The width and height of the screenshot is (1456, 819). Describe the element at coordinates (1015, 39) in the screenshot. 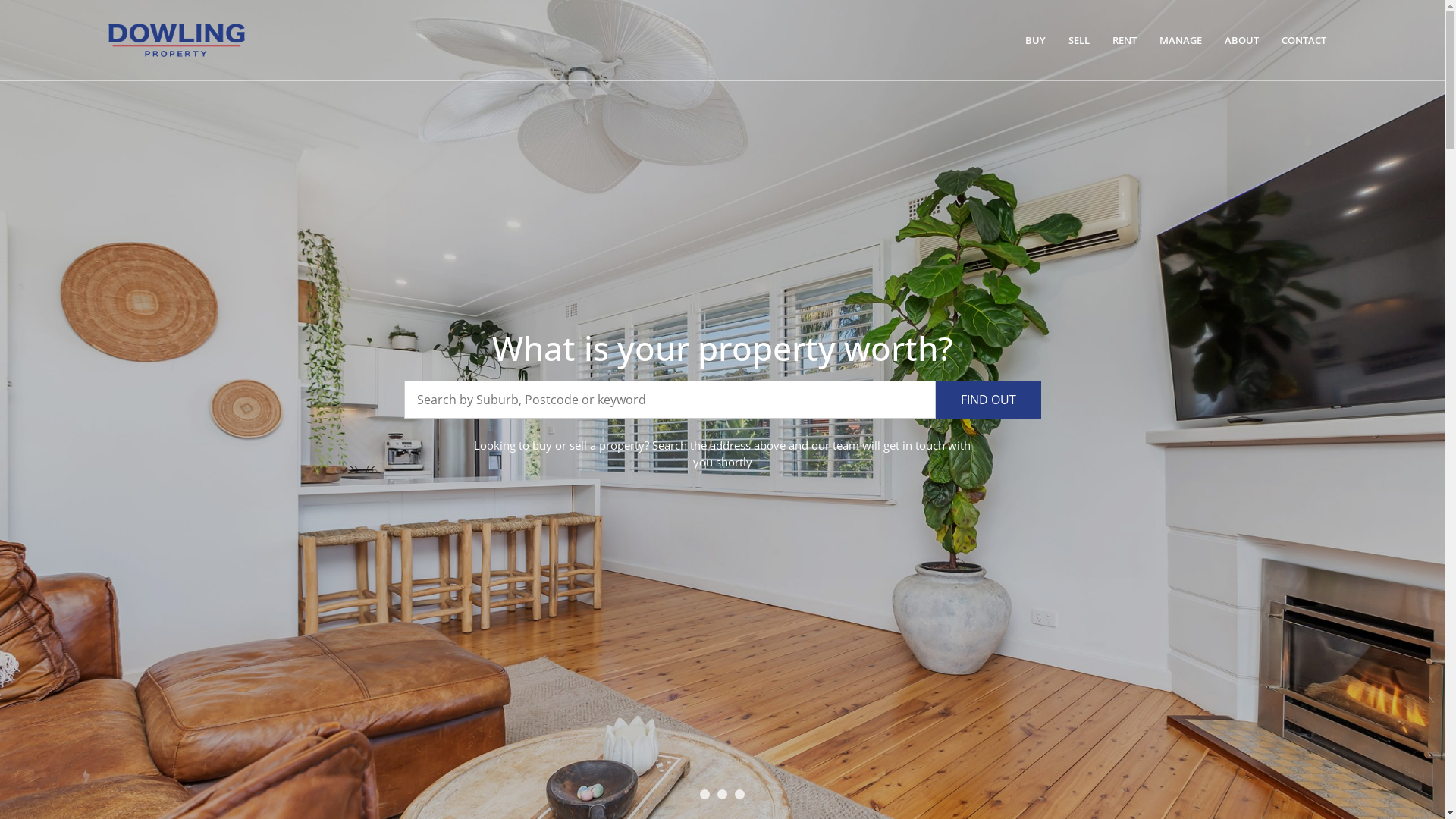

I see `'BUY'` at that location.